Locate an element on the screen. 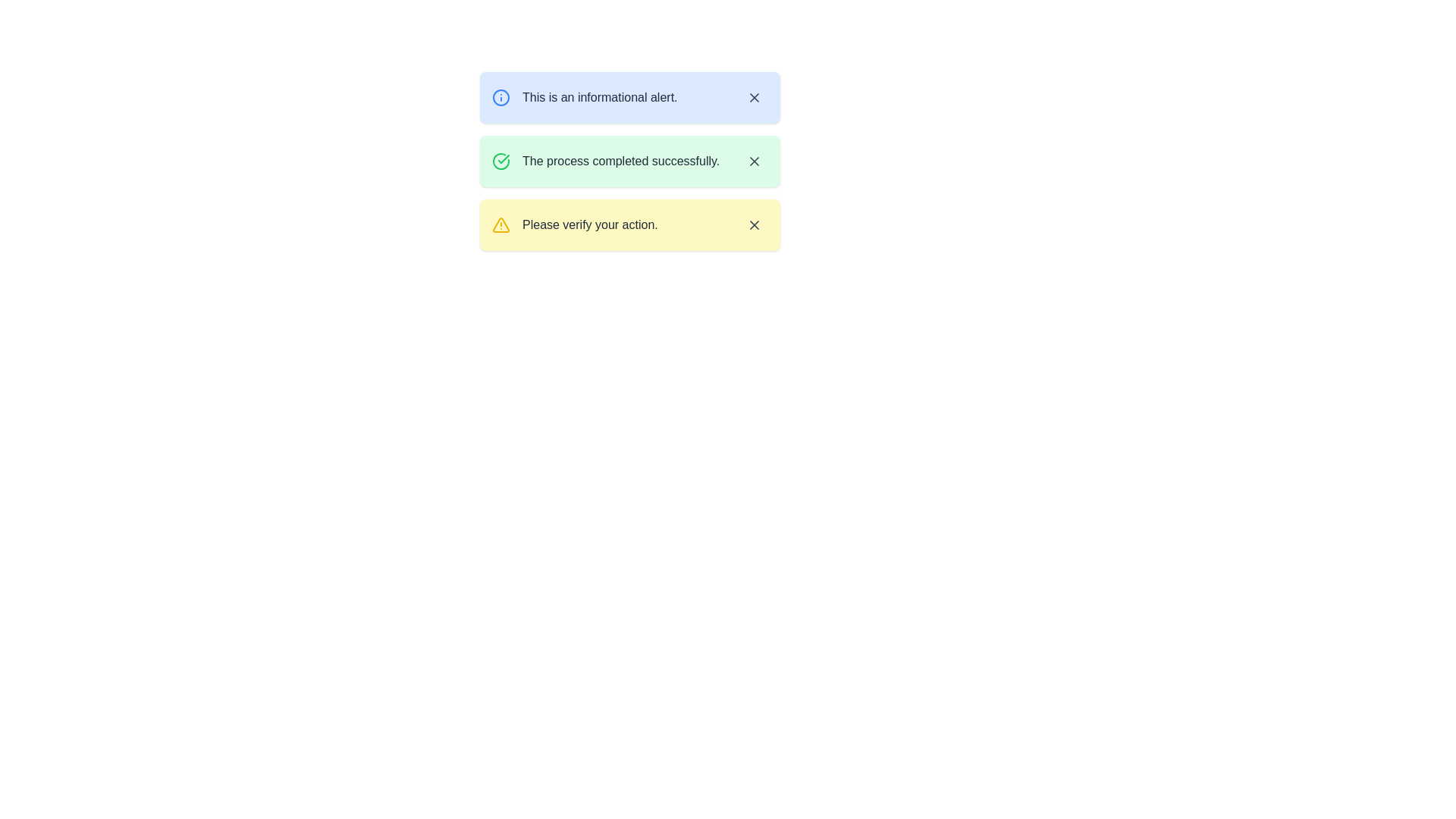 The image size is (1456, 819). the dismiss button located at the top-right corner of the yellow warning message box that contains the text 'Please verify your action.' is located at coordinates (754, 225).